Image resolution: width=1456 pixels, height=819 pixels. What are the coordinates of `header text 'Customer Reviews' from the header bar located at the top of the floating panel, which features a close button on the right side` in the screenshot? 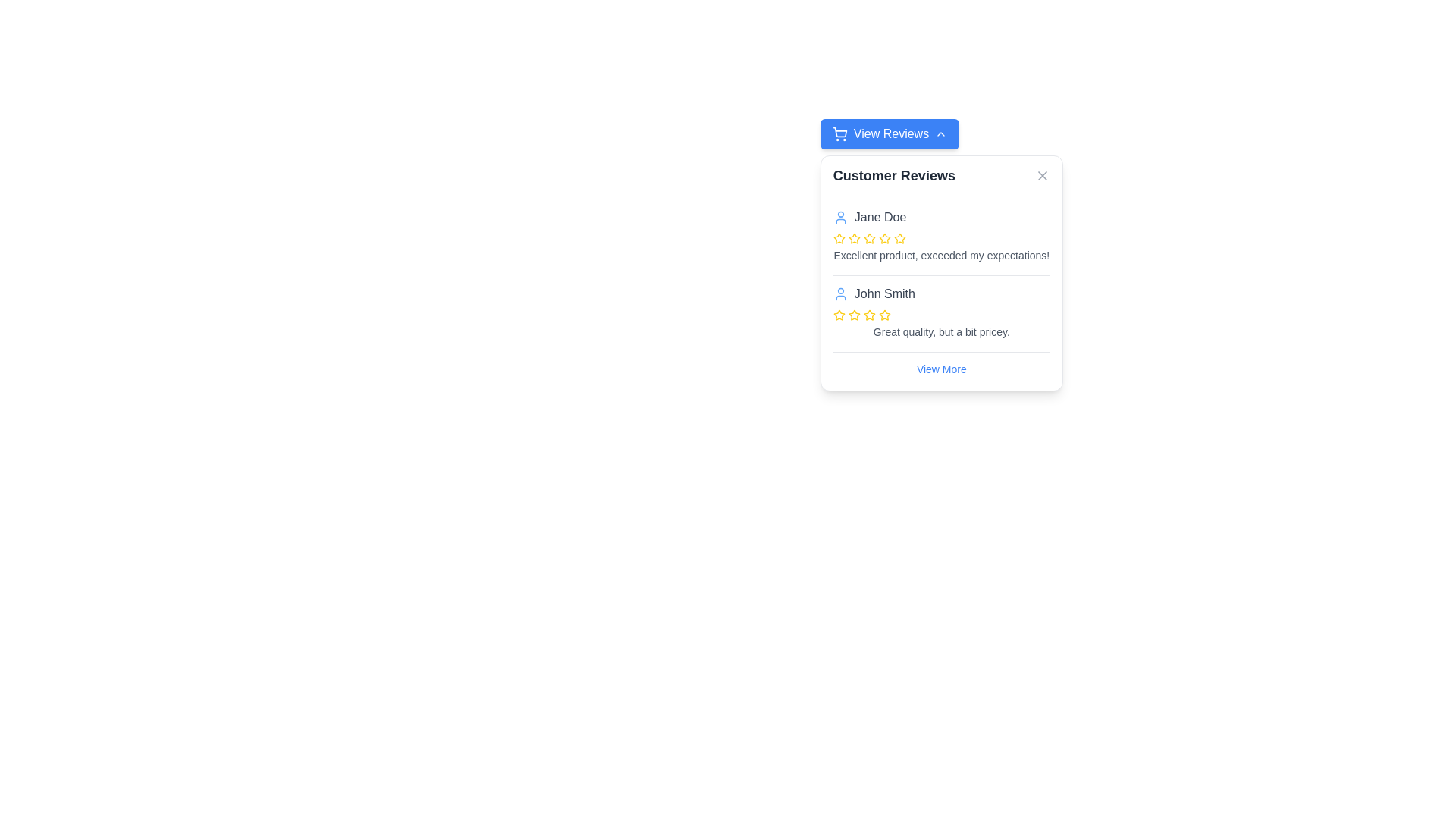 It's located at (940, 175).